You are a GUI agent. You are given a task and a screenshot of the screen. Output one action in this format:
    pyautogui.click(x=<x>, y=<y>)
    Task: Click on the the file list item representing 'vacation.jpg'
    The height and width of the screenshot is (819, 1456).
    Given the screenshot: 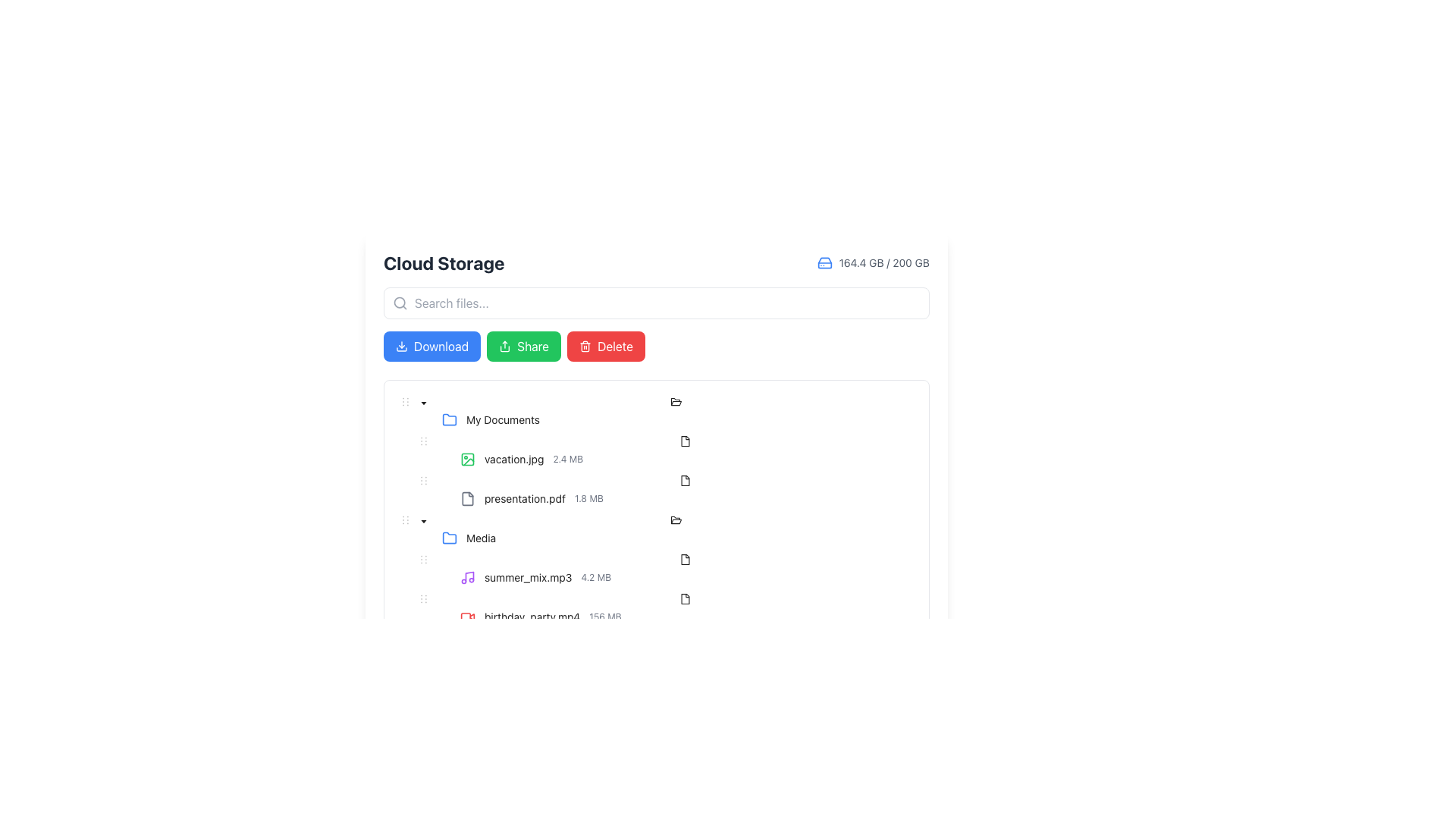 What is the action you would take?
    pyautogui.click(x=684, y=458)
    